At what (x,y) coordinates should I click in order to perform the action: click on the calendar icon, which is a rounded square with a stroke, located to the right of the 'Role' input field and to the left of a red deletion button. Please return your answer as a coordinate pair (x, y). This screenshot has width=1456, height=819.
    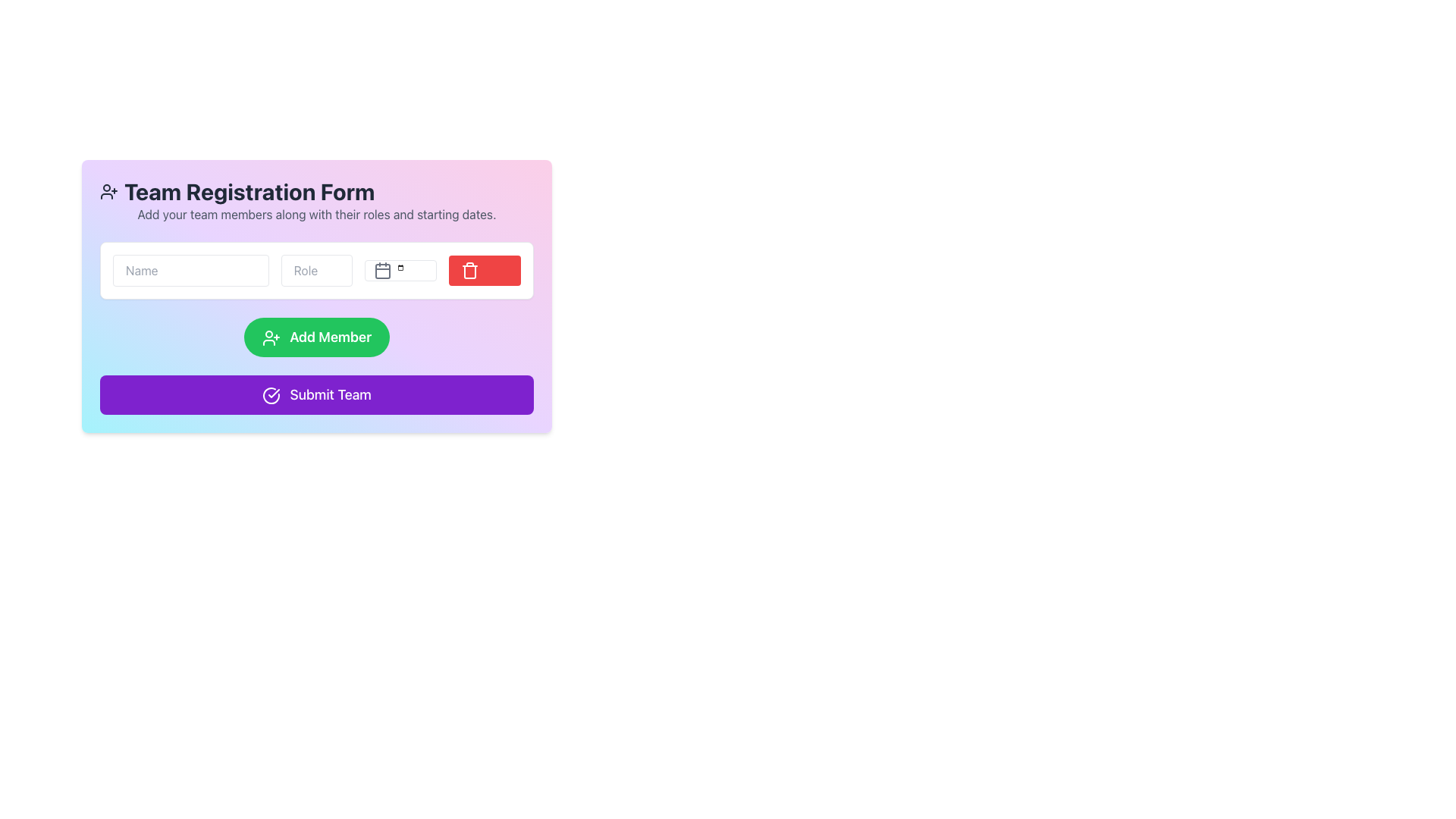
    Looking at the image, I should click on (383, 271).